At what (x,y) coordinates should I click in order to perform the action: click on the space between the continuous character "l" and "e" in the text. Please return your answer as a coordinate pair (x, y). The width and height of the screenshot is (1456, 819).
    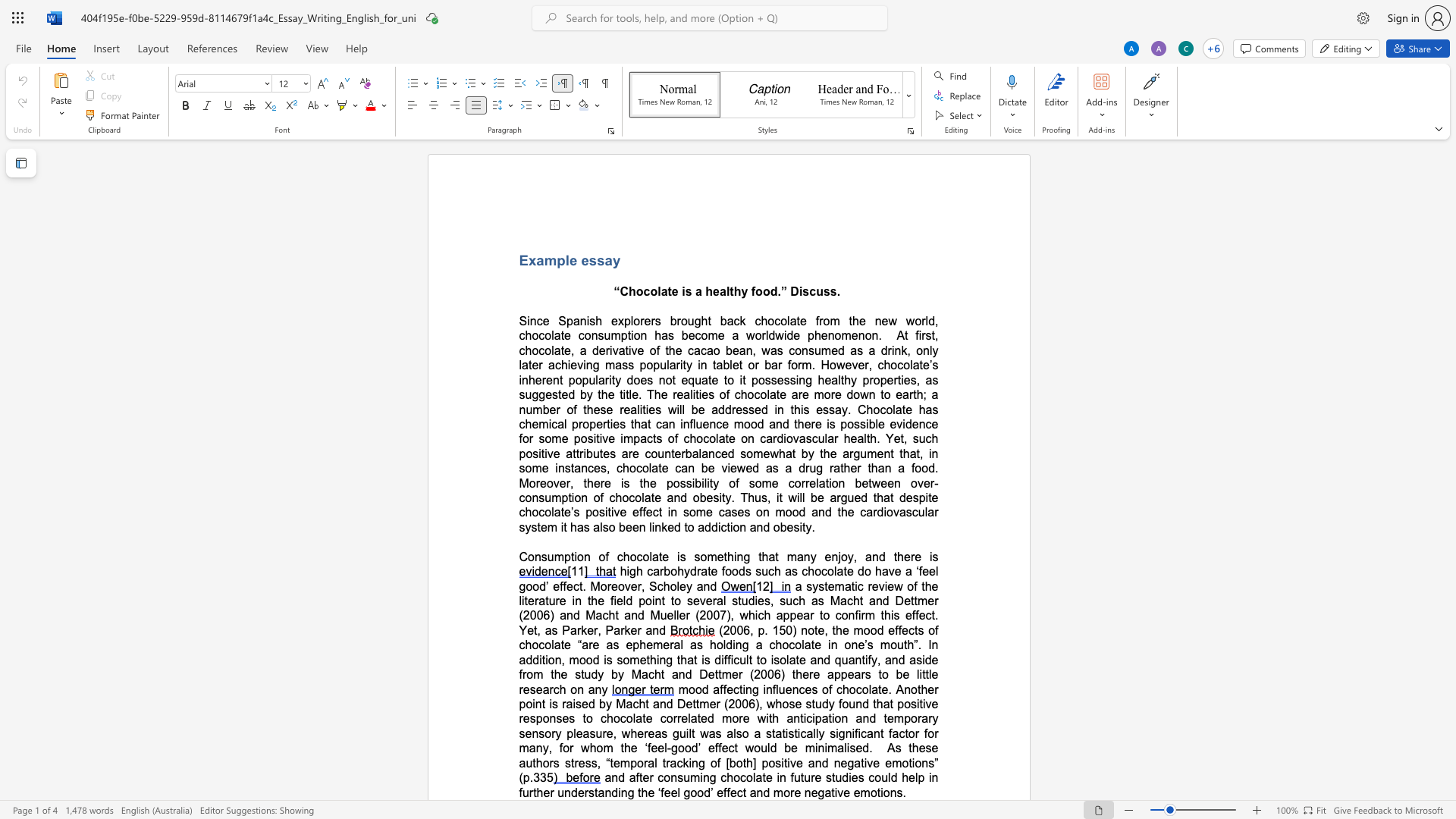
    Looking at the image, I should click on (879, 424).